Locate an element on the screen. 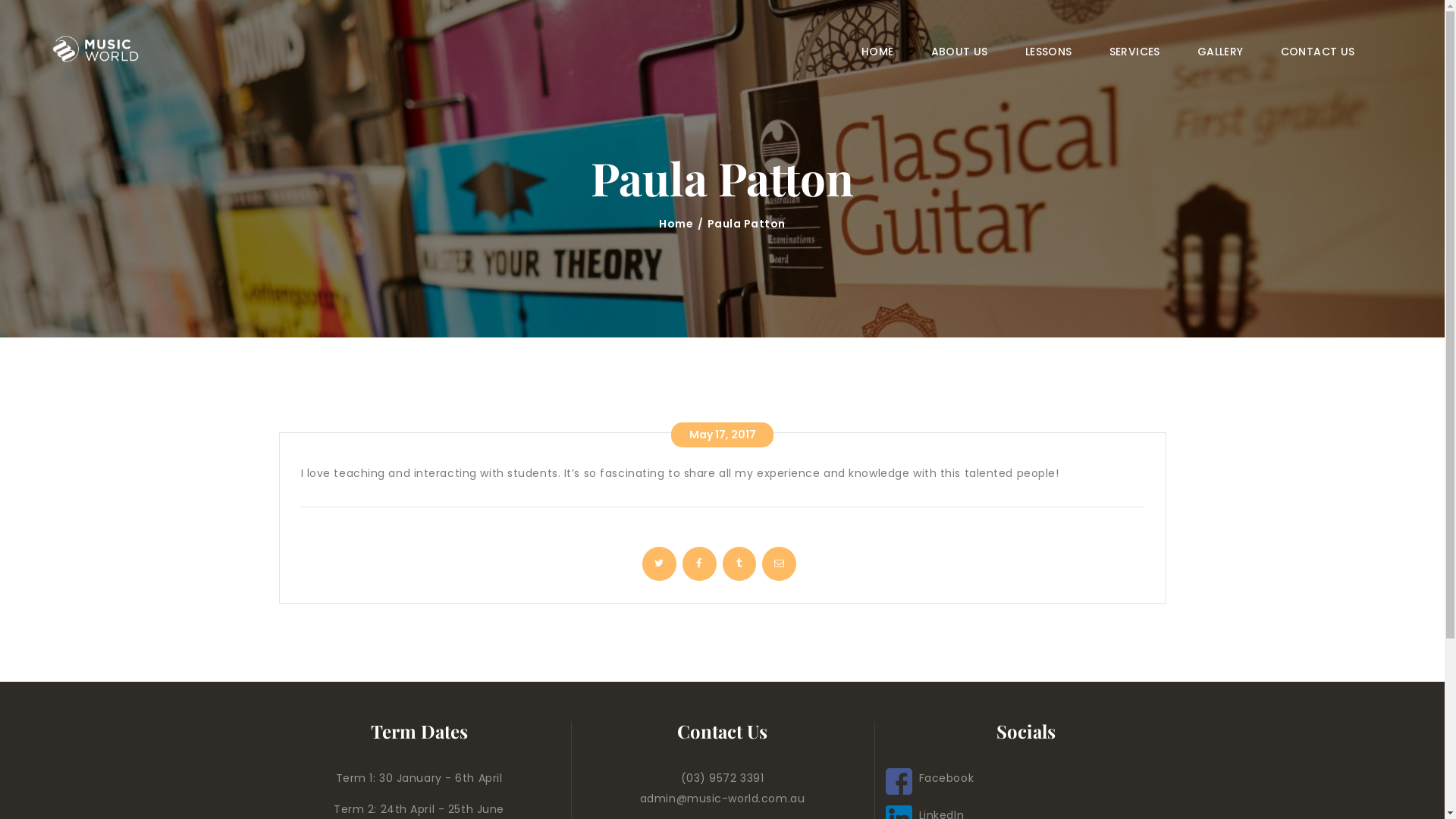 The width and height of the screenshot is (1456, 819). '(03) 9572 3391' is located at coordinates (722, 778).